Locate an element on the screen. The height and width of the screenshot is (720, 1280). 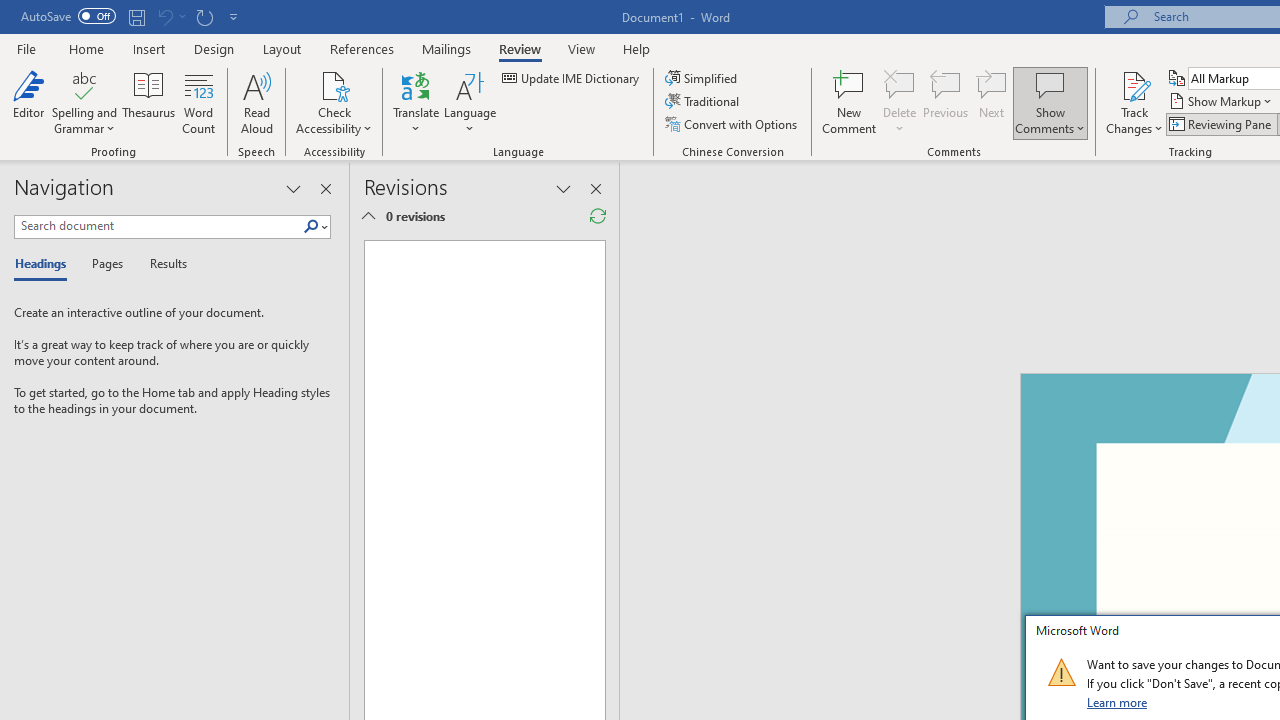
'Repeat Doc Close' is located at coordinates (204, 16).